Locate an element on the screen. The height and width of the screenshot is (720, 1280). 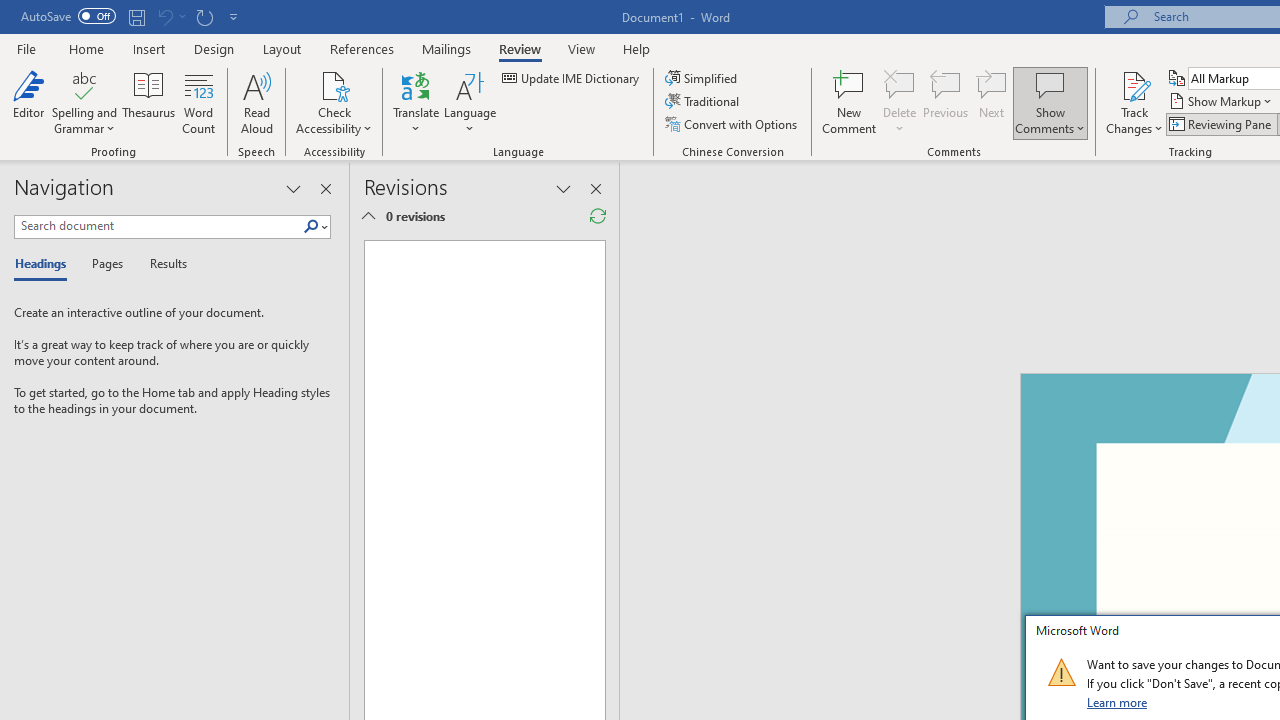
'Repeat Doc Close' is located at coordinates (204, 16).